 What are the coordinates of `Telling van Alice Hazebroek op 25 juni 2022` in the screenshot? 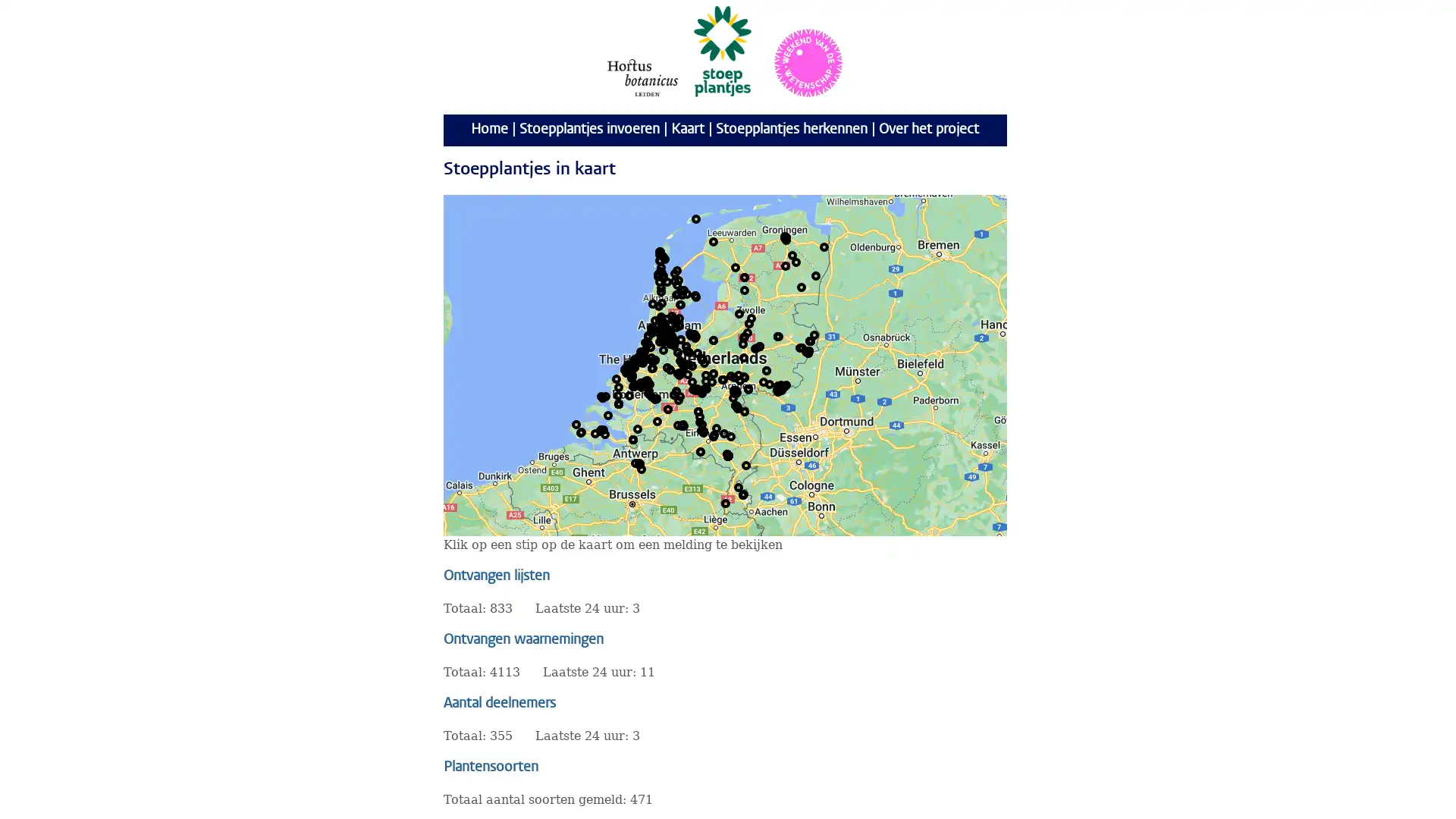 It's located at (602, 397).